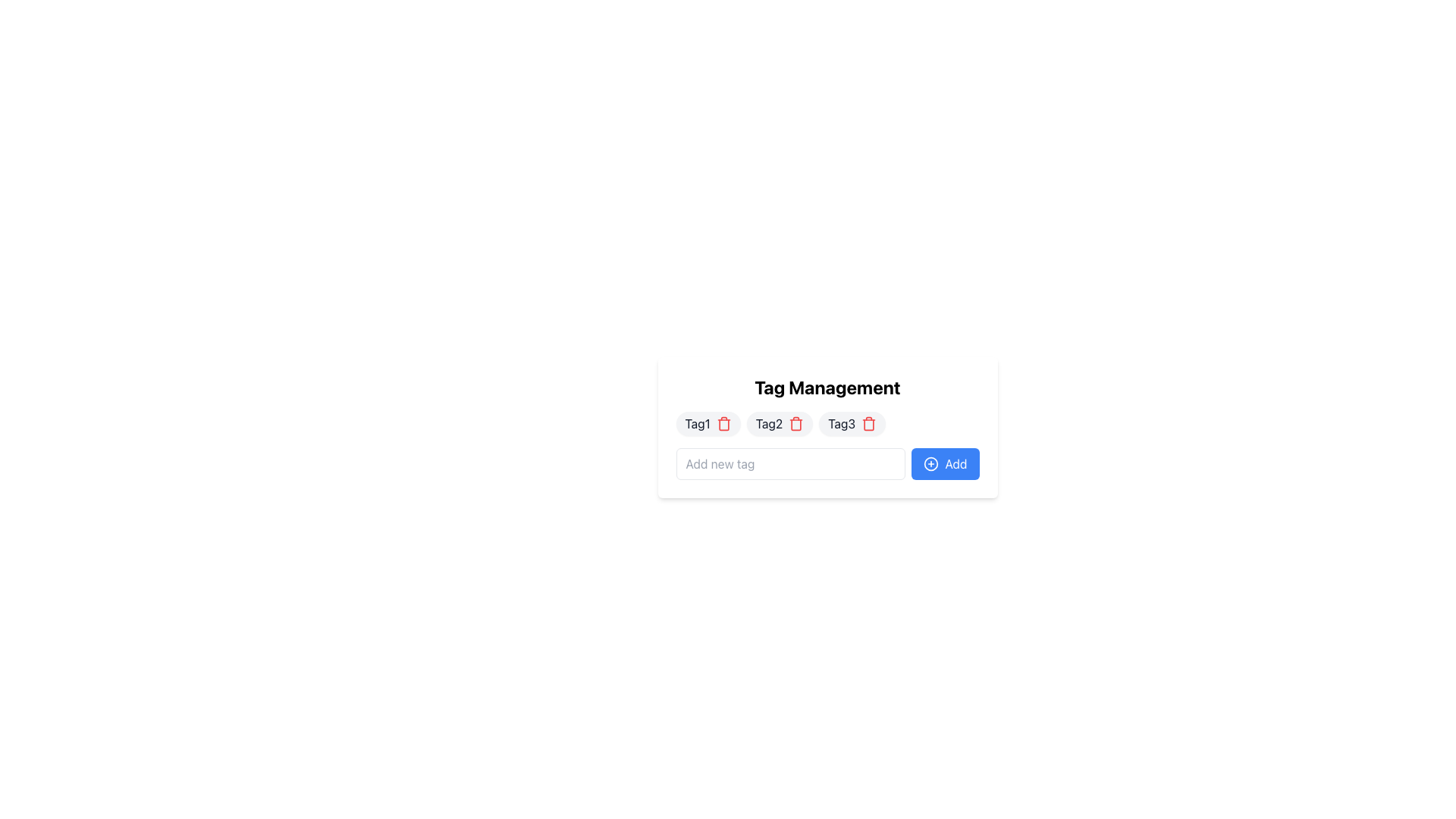 The height and width of the screenshot is (819, 1456). What do you see at coordinates (780, 424) in the screenshot?
I see `the trash icon of the second tag in the Tag Management section to delete the tag` at bounding box center [780, 424].